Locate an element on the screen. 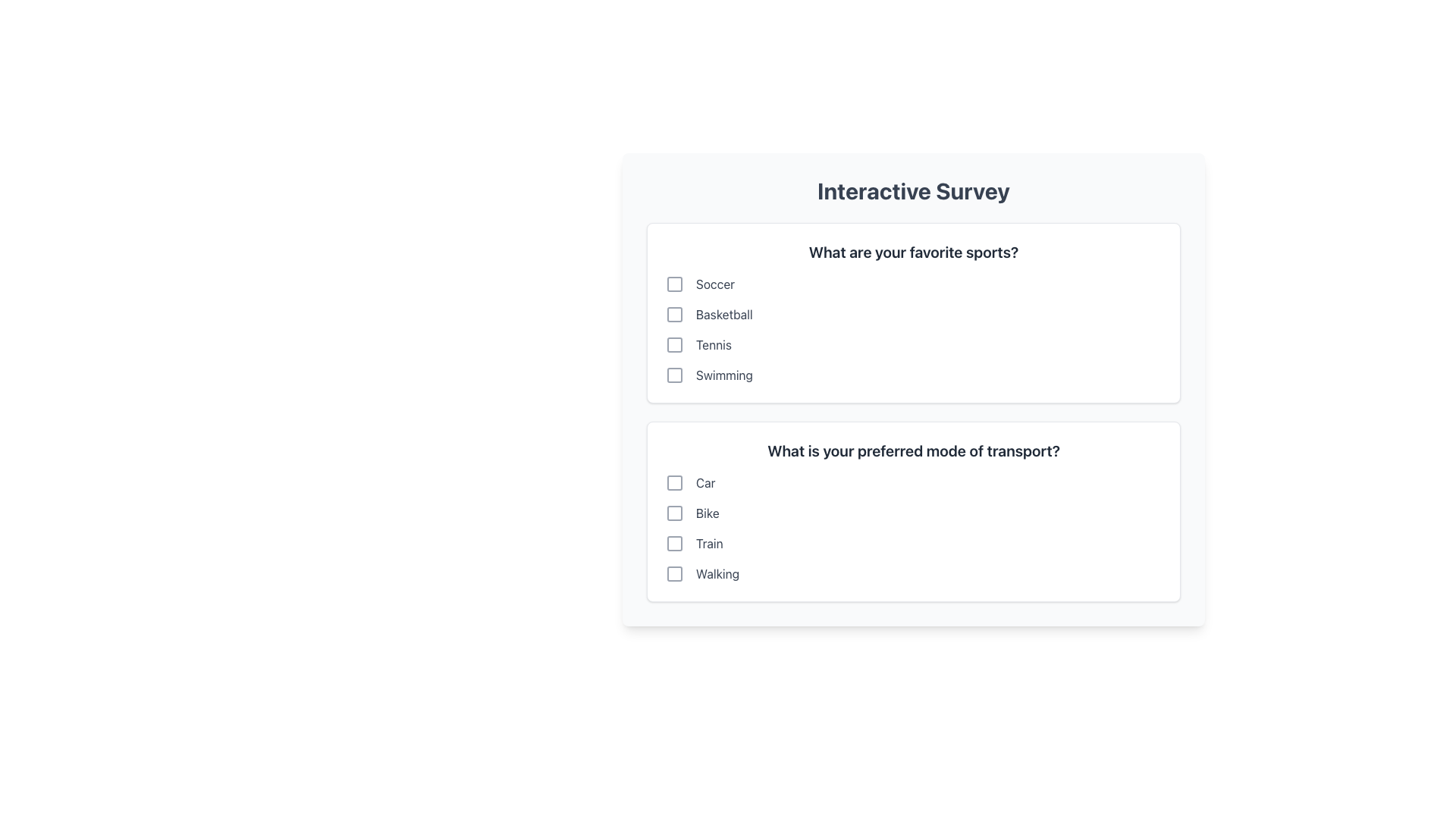  the 'Soccer' label, which is styled with gray color and located next to a checkbox in the list of favorite sports options is located at coordinates (714, 284).